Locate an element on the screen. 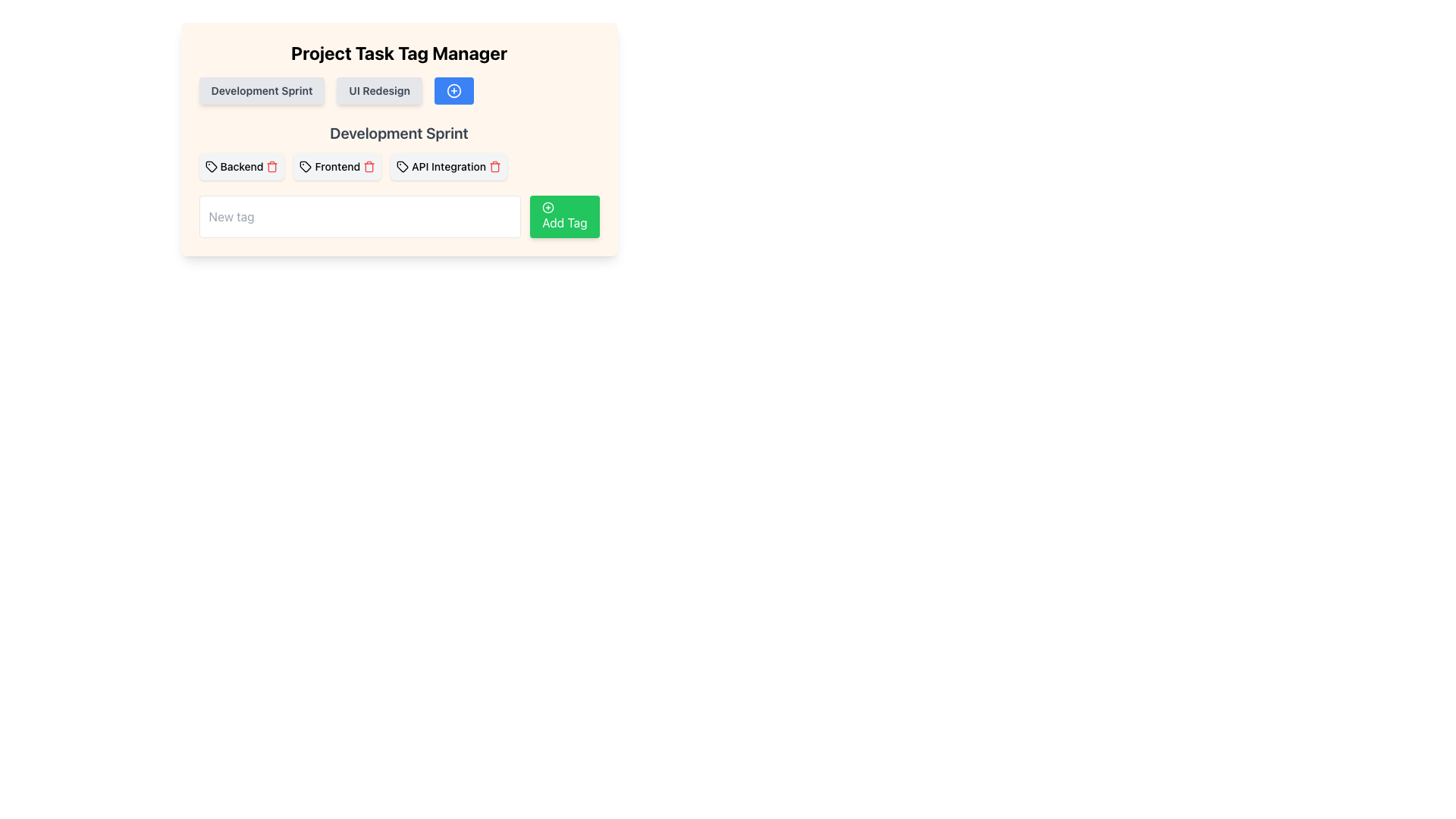 The width and height of the screenshot is (1456, 819). the Text header that reads 'Project Task Tag Manager', which is styled in a bold and large font, located near the top of the interface is located at coordinates (399, 52).